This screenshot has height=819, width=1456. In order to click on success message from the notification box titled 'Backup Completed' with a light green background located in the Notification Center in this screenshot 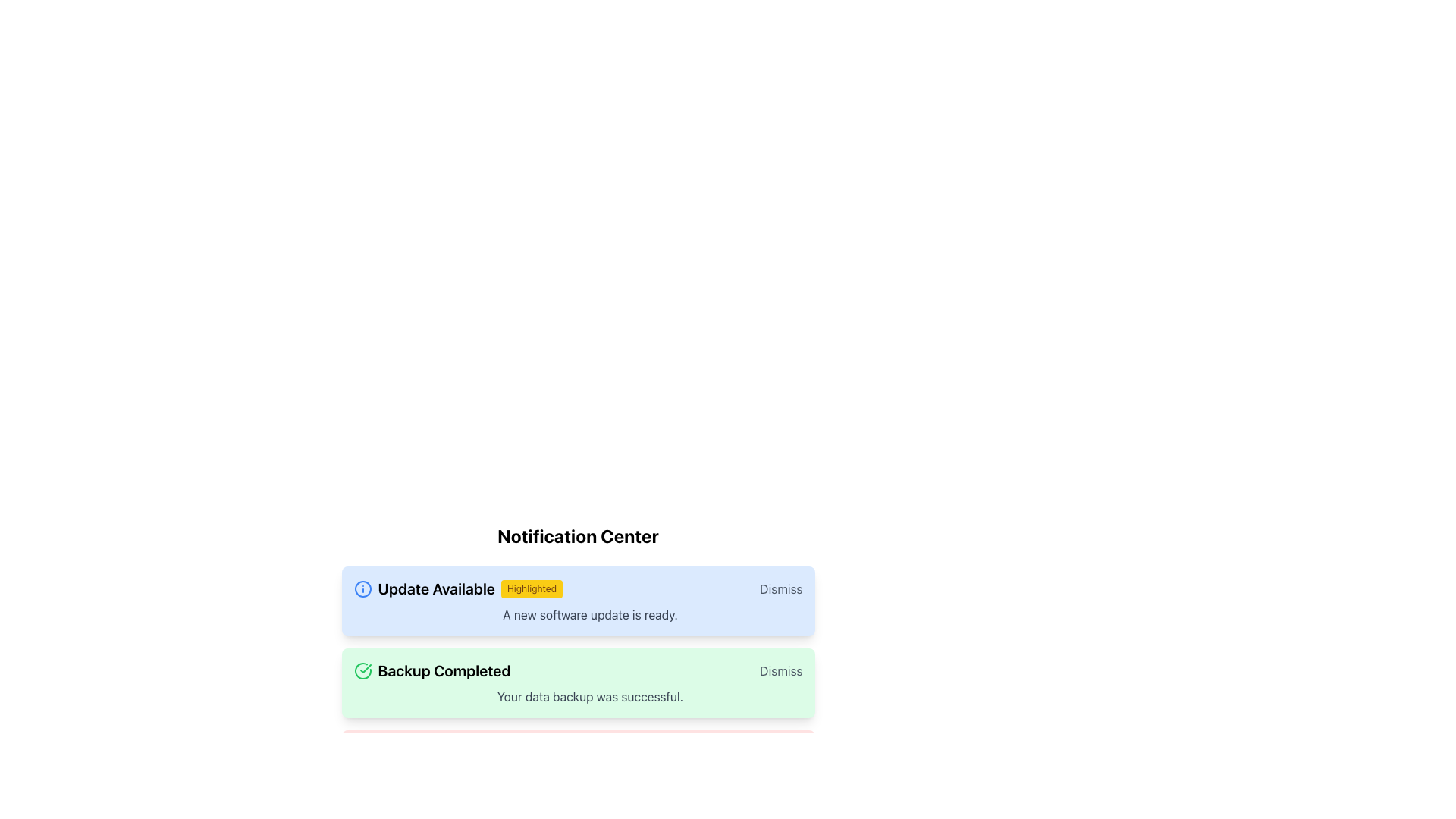, I will do `click(577, 683)`.